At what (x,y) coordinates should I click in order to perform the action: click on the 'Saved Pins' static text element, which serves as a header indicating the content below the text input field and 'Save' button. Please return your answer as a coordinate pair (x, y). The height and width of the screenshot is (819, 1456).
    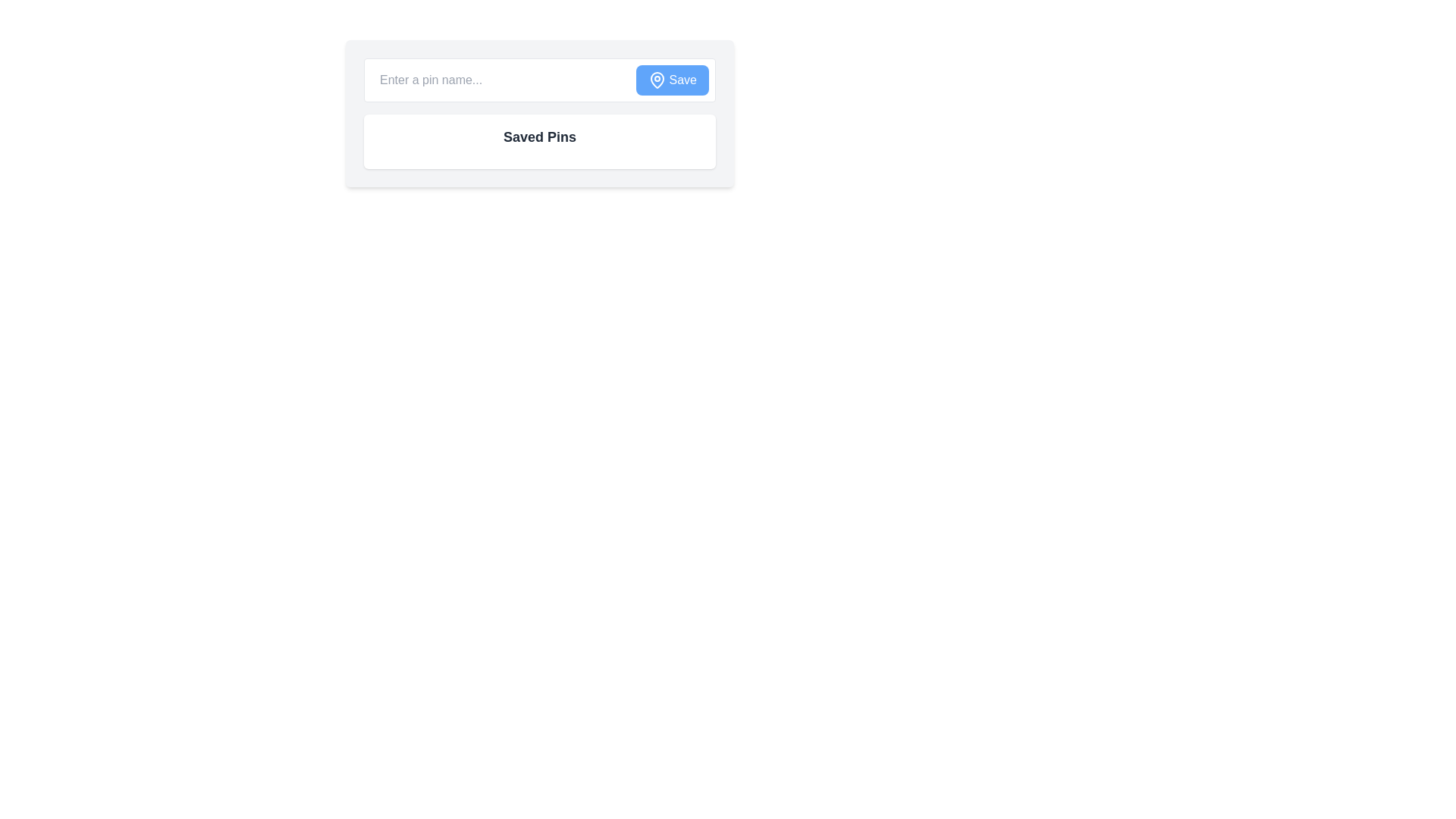
    Looking at the image, I should click on (539, 141).